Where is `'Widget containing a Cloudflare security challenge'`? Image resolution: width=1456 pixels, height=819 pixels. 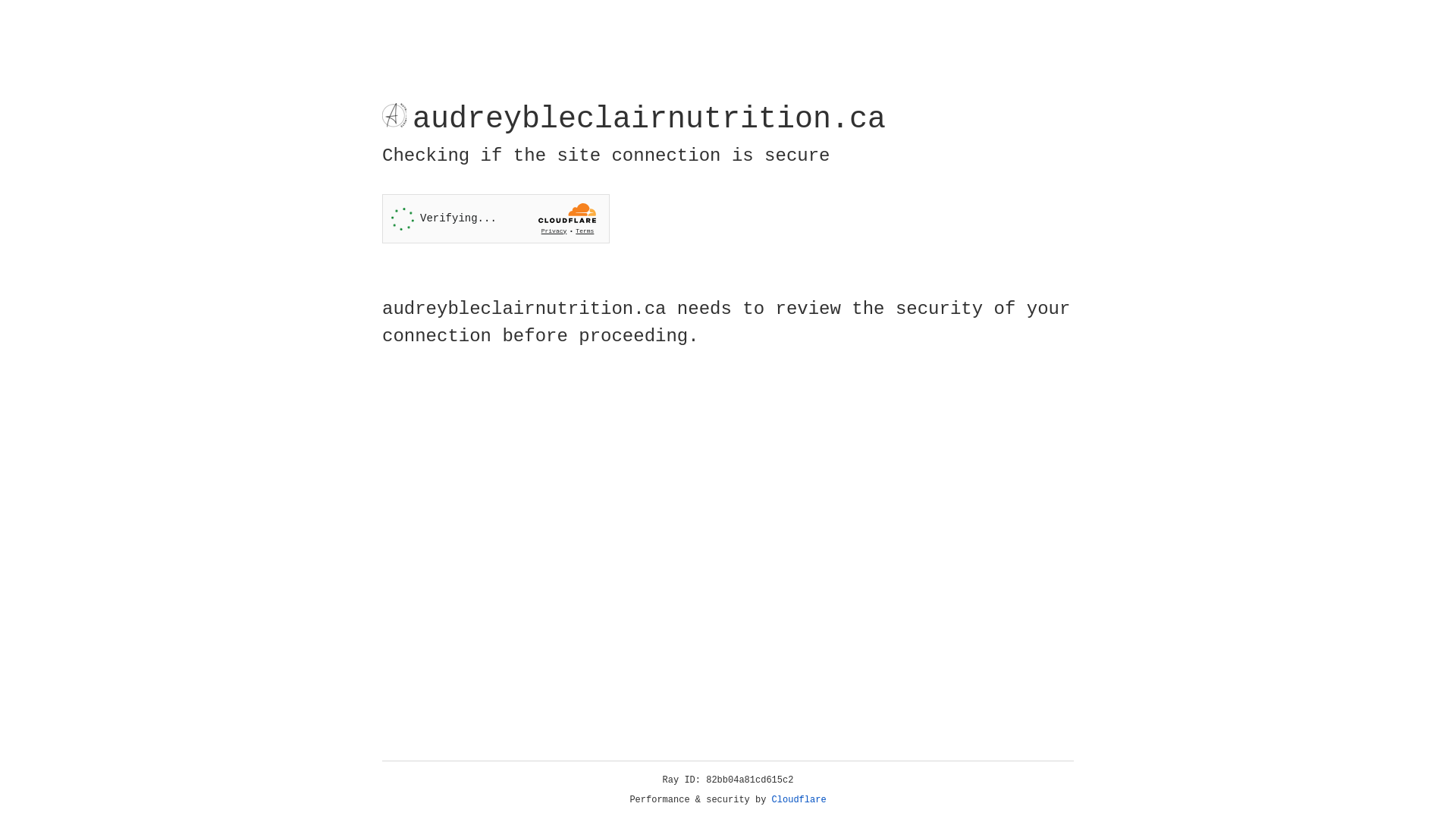
'Widget containing a Cloudflare security challenge' is located at coordinates (495, 218).